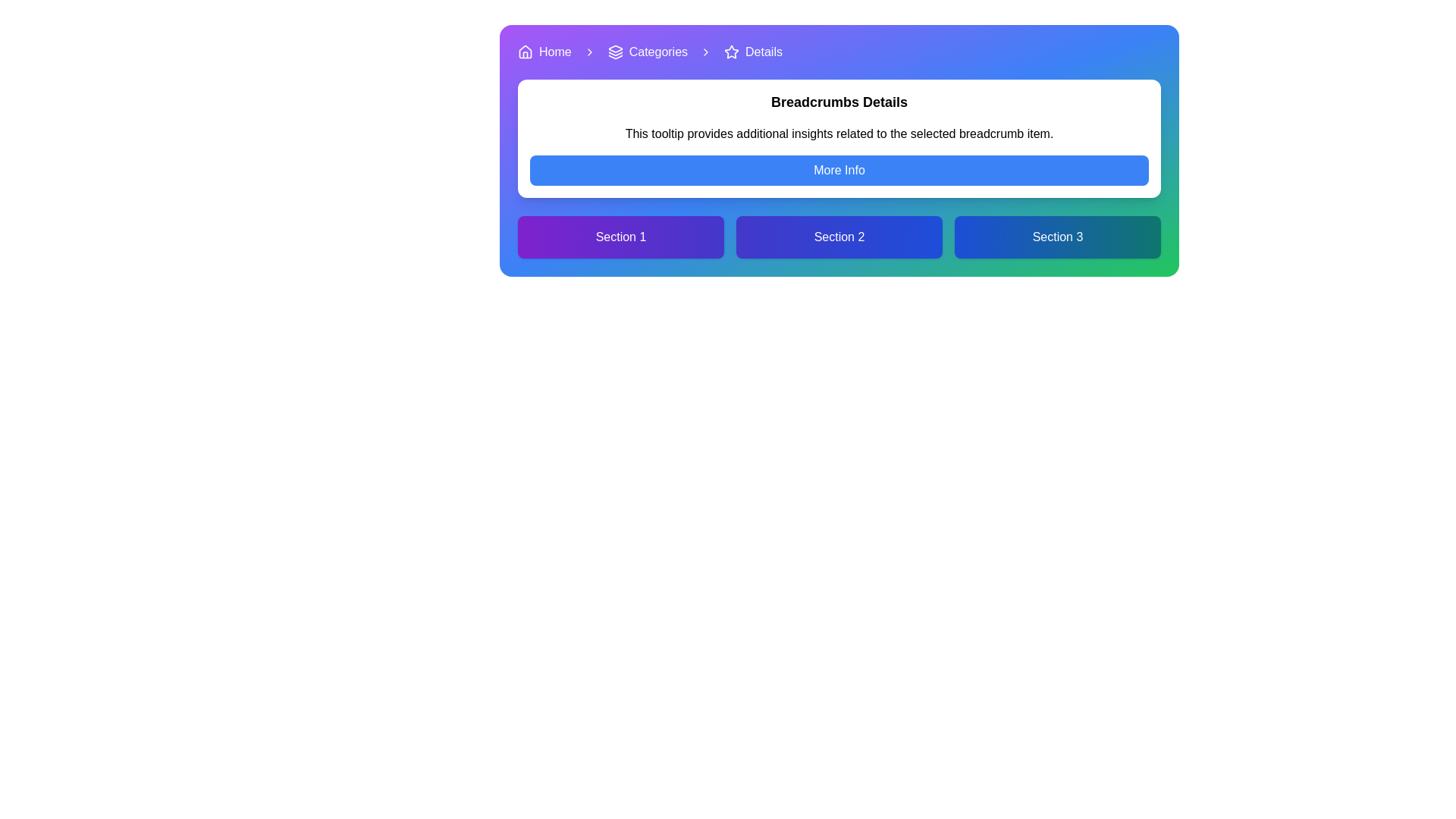 The image size is (1456, 819). What do you see at coordinates (525, 51) in the screenshot?
I see `the 'Home' icon in the breadcrumb navigation at the top of the interface, which serves as a visual indicator for the 'Home' location` at bounding box center [525, 51].